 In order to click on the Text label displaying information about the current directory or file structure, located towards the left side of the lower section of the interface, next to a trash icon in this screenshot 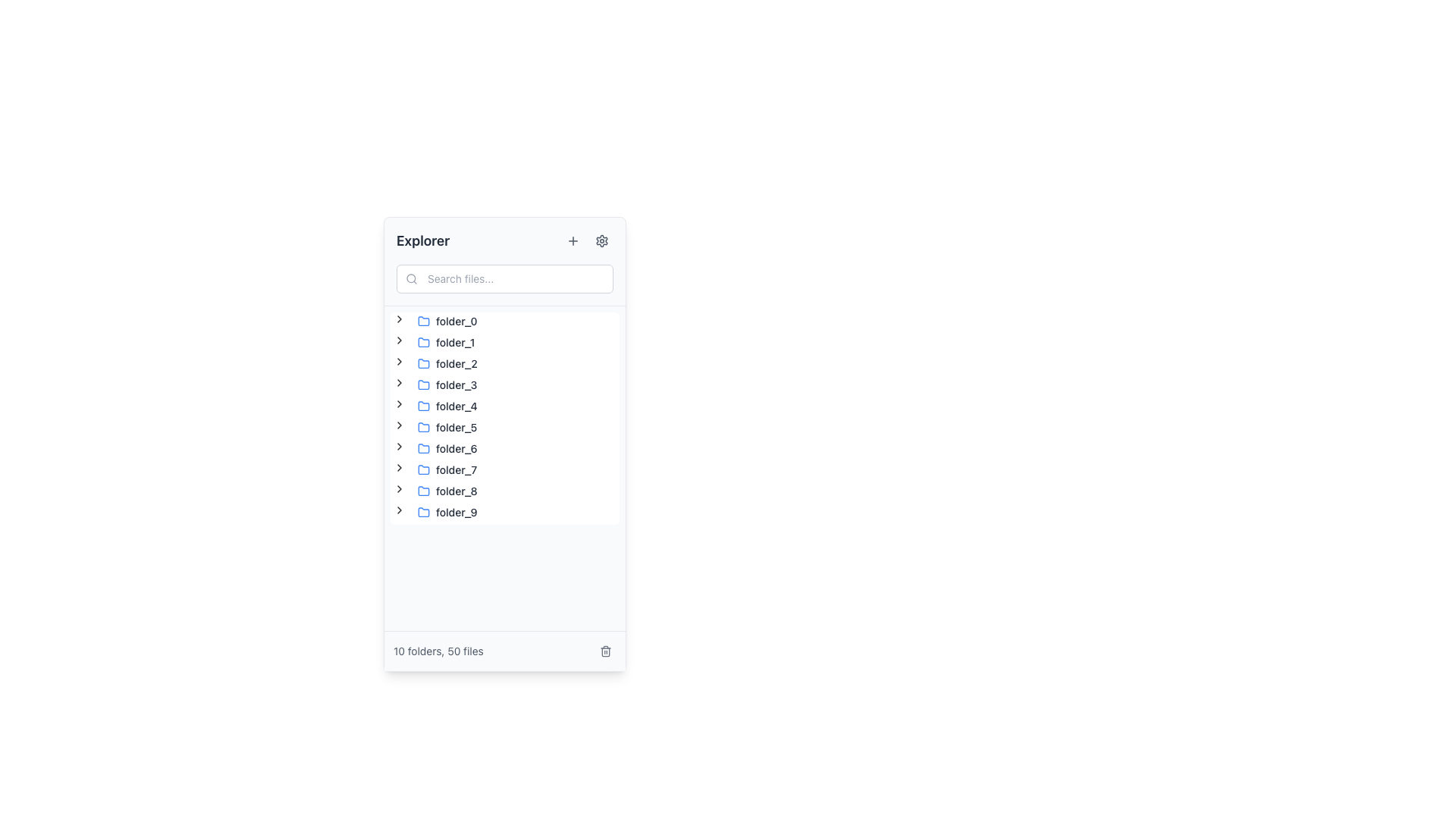, I will do `click(438, 651)`.